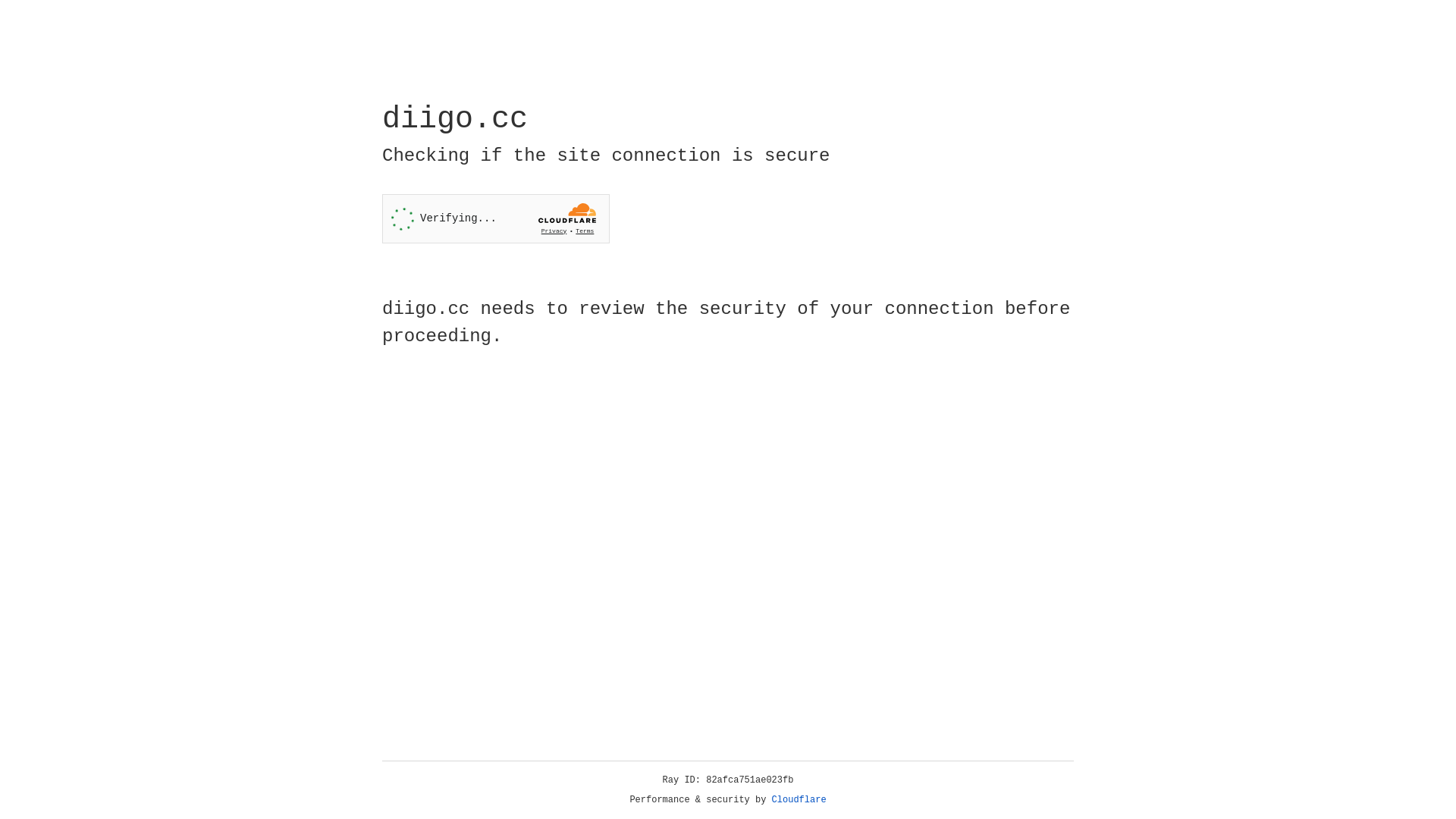  Describe the element at coordinates (771, 799) in the screenshot. I see `'Cloudflare'` at that location.